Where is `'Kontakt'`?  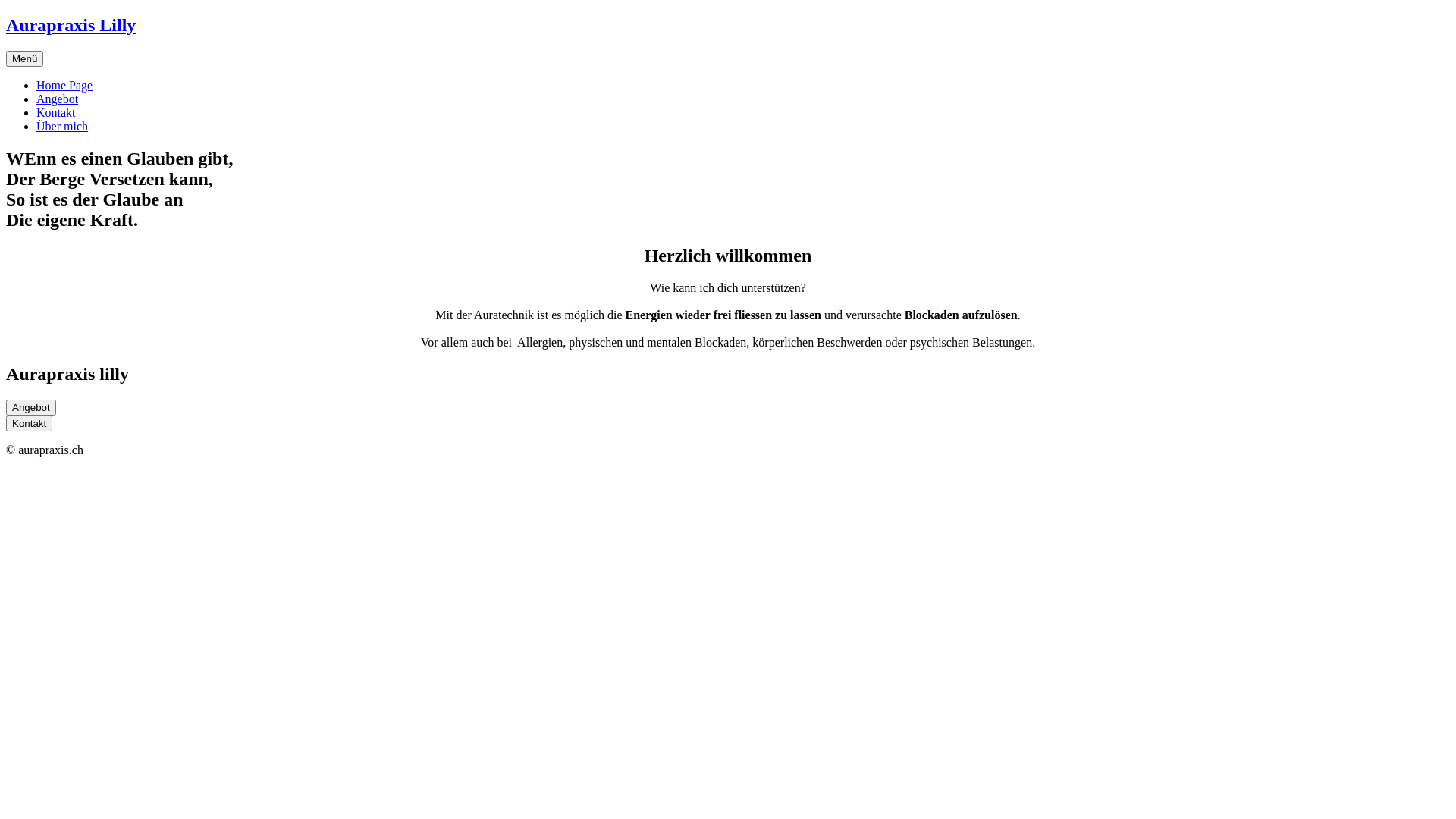 'Kontakt' is located at coordinates (29, 423).